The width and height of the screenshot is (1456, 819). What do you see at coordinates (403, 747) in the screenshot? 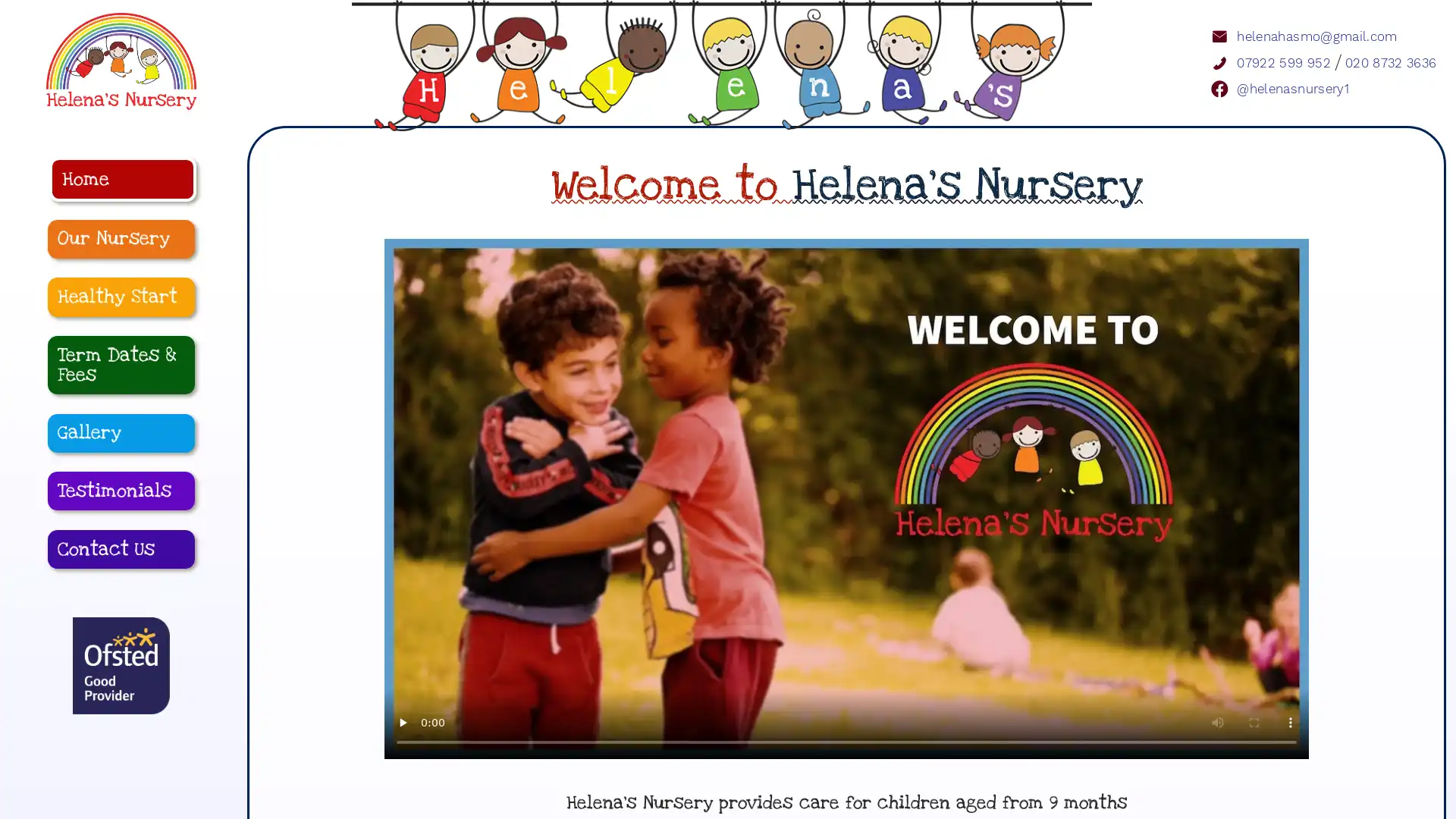
I see `play` at bounding box center [403, 747].